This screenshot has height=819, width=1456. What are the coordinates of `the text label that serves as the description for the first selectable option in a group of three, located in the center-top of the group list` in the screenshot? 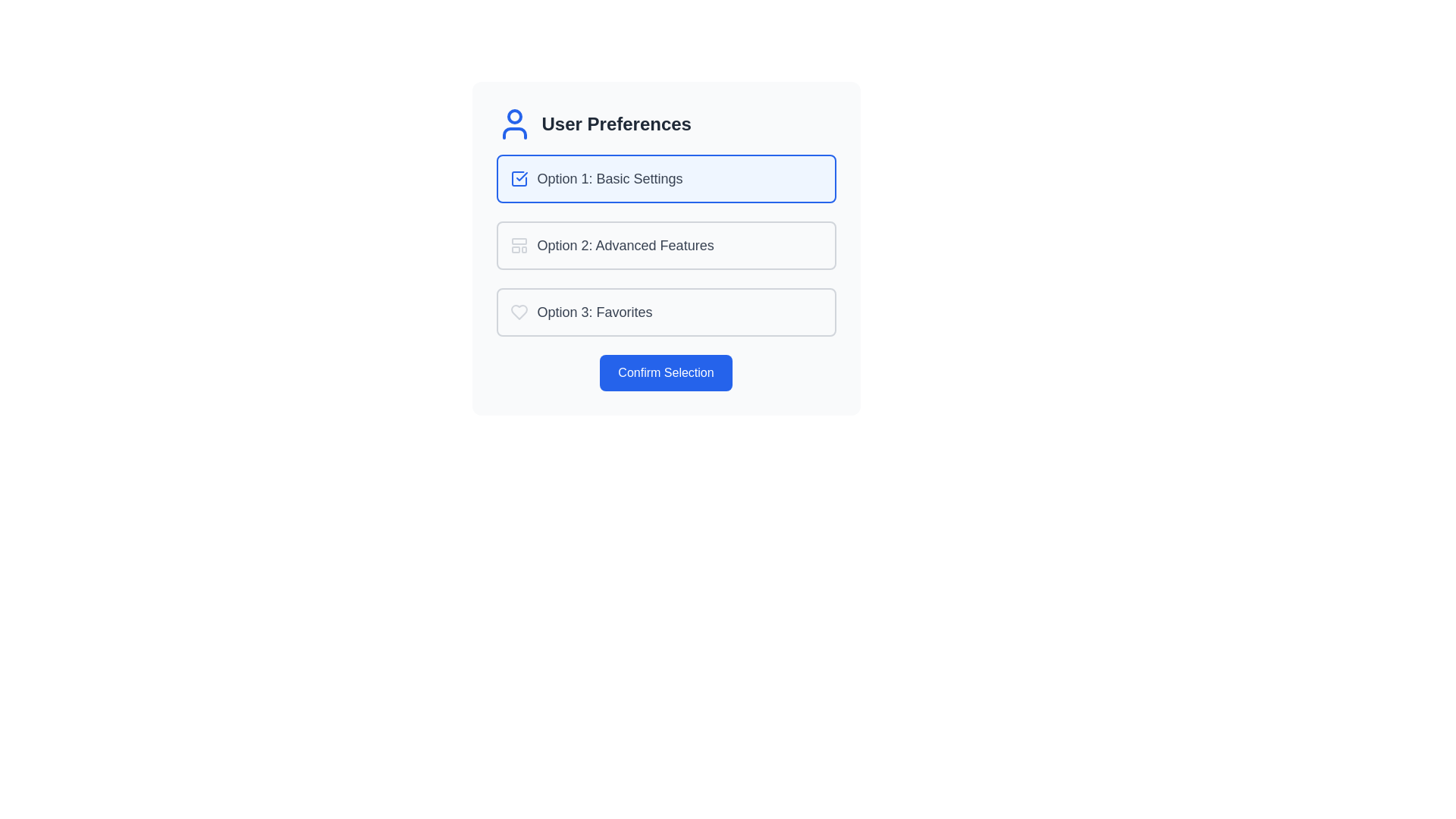 It's located at (610, 177).